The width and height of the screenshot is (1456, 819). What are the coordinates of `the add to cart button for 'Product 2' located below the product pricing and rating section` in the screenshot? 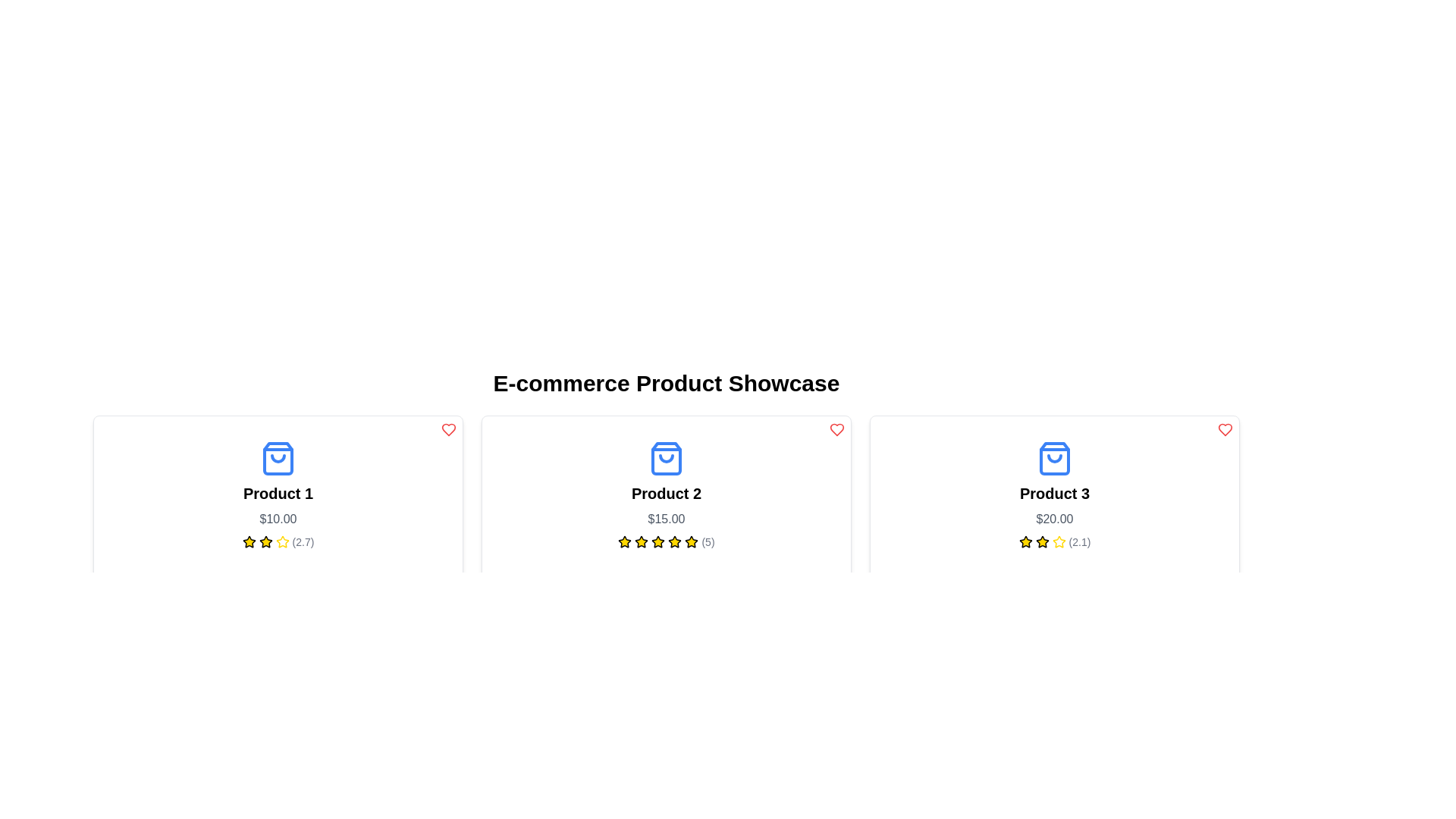 It's located at (666, 588).